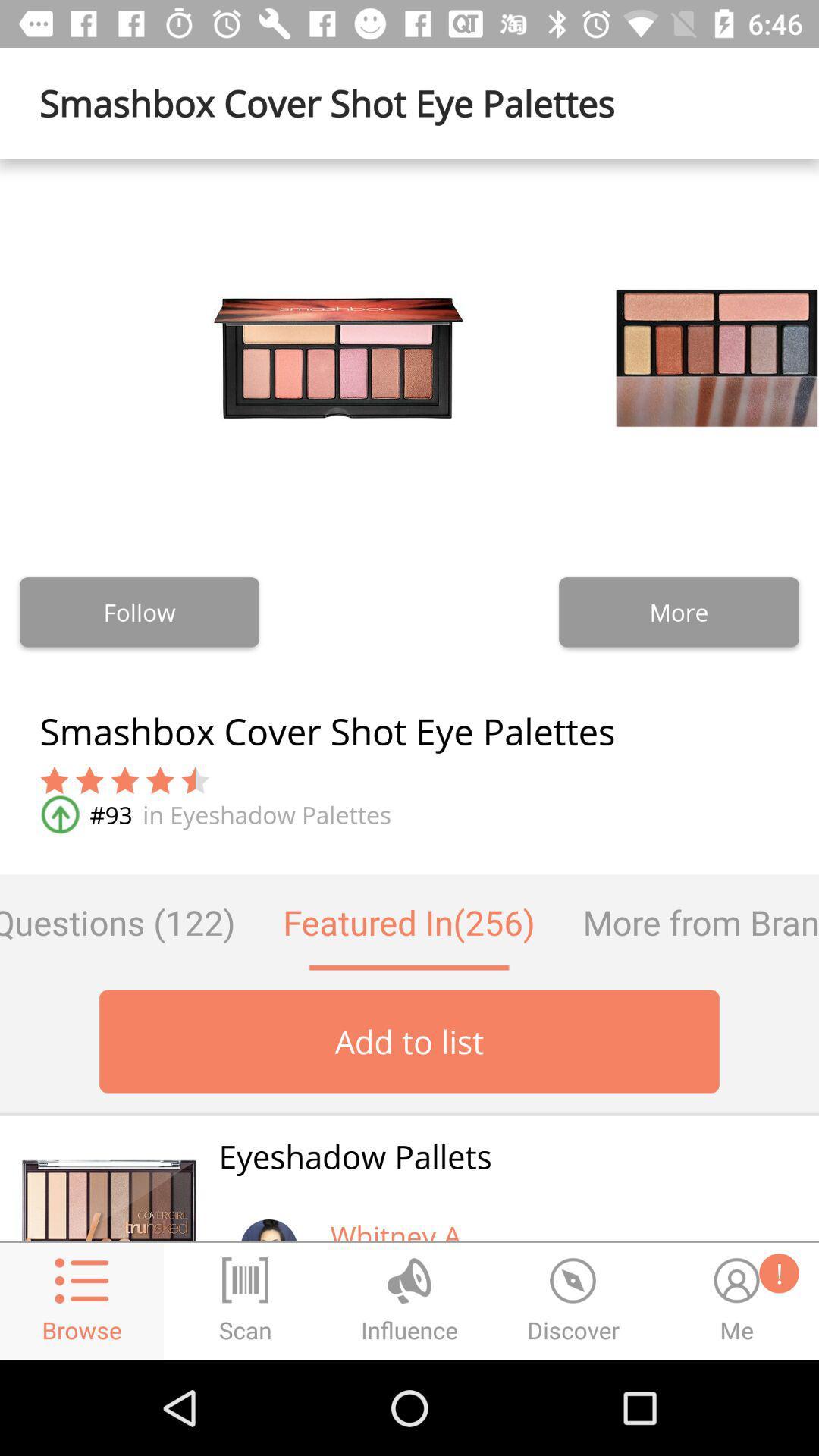 The width and height of the screenshot is (819, 1456). I want to click on the item above the add to list item, so click(689, 921).